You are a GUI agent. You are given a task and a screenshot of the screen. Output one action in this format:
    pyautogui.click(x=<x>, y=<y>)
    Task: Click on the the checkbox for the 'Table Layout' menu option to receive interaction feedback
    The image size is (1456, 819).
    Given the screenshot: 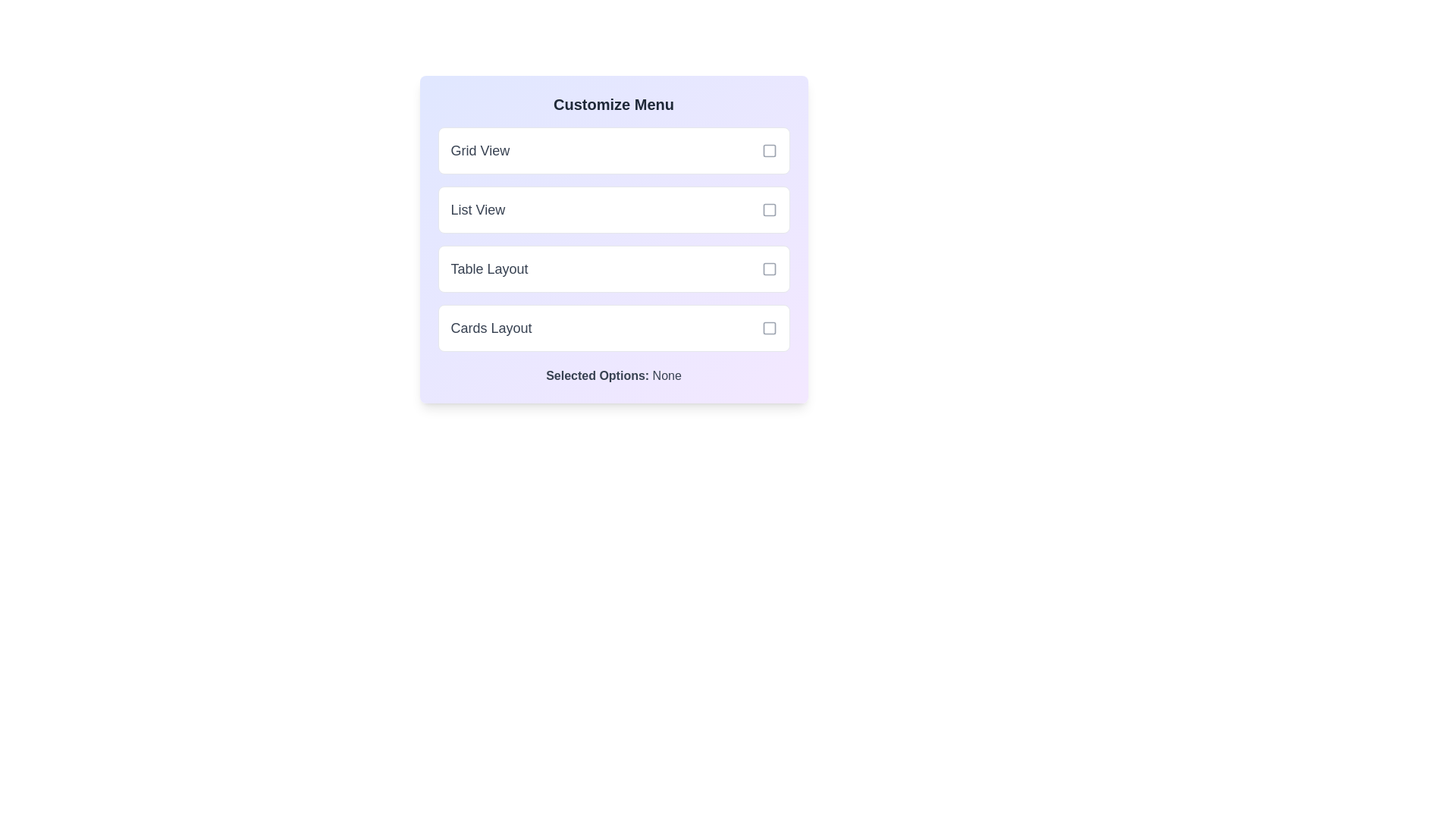 What is the action you would take?
    pyautogui.click(x=769, y=268)
    